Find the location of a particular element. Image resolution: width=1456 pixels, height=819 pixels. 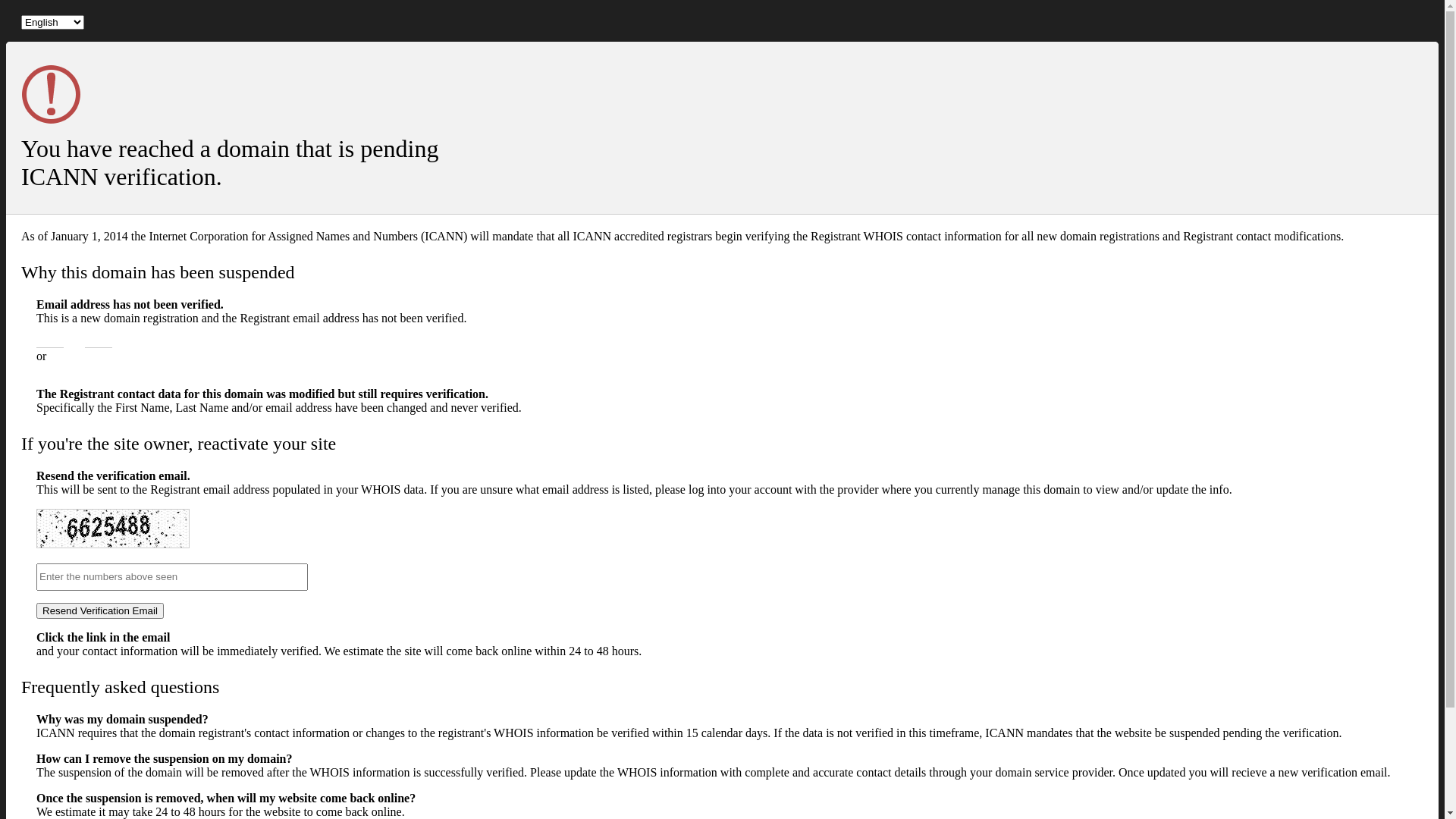

'Resend Verification Email' is located at coordinates (36, 610).